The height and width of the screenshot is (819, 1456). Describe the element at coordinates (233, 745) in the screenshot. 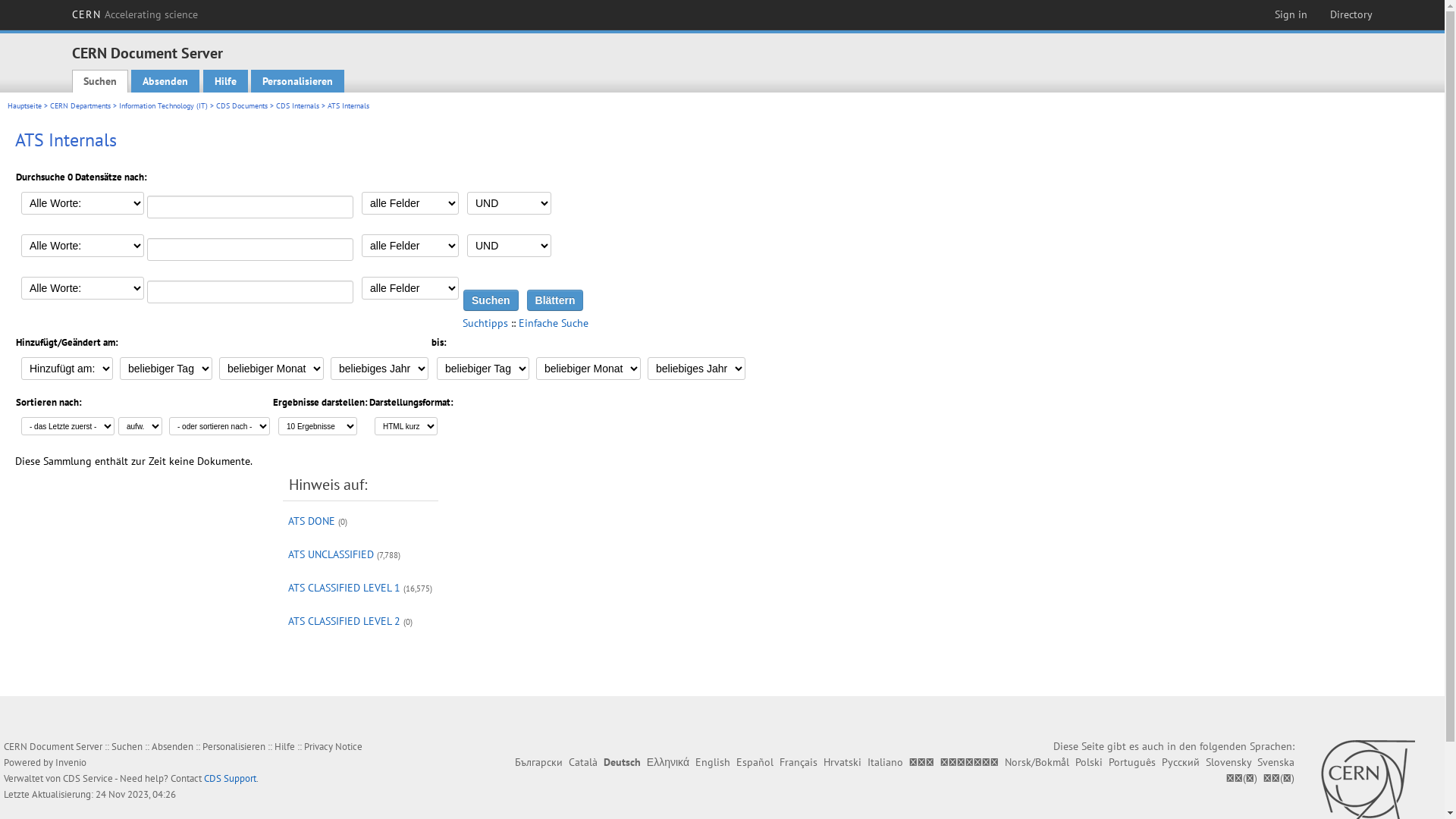

I see `'Personalisieren'` at that location.